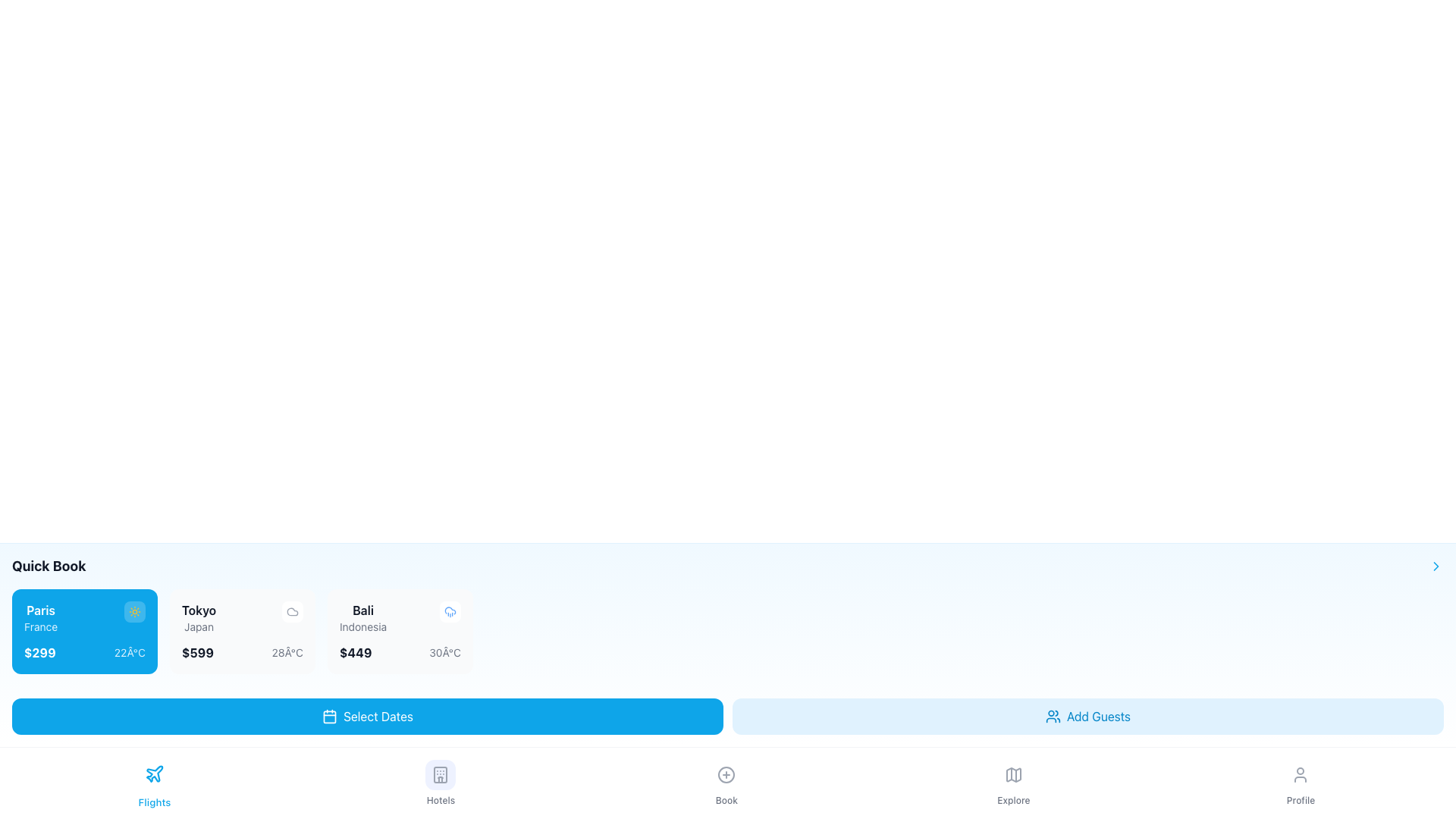  What do you see at coordinates (1099, 717) in the screenshot?
I see `the 'Add Guests' button, which is styled in blue and located in the lower central part of the interface, just above the navigation bar` at bounding box center [1099, 717].